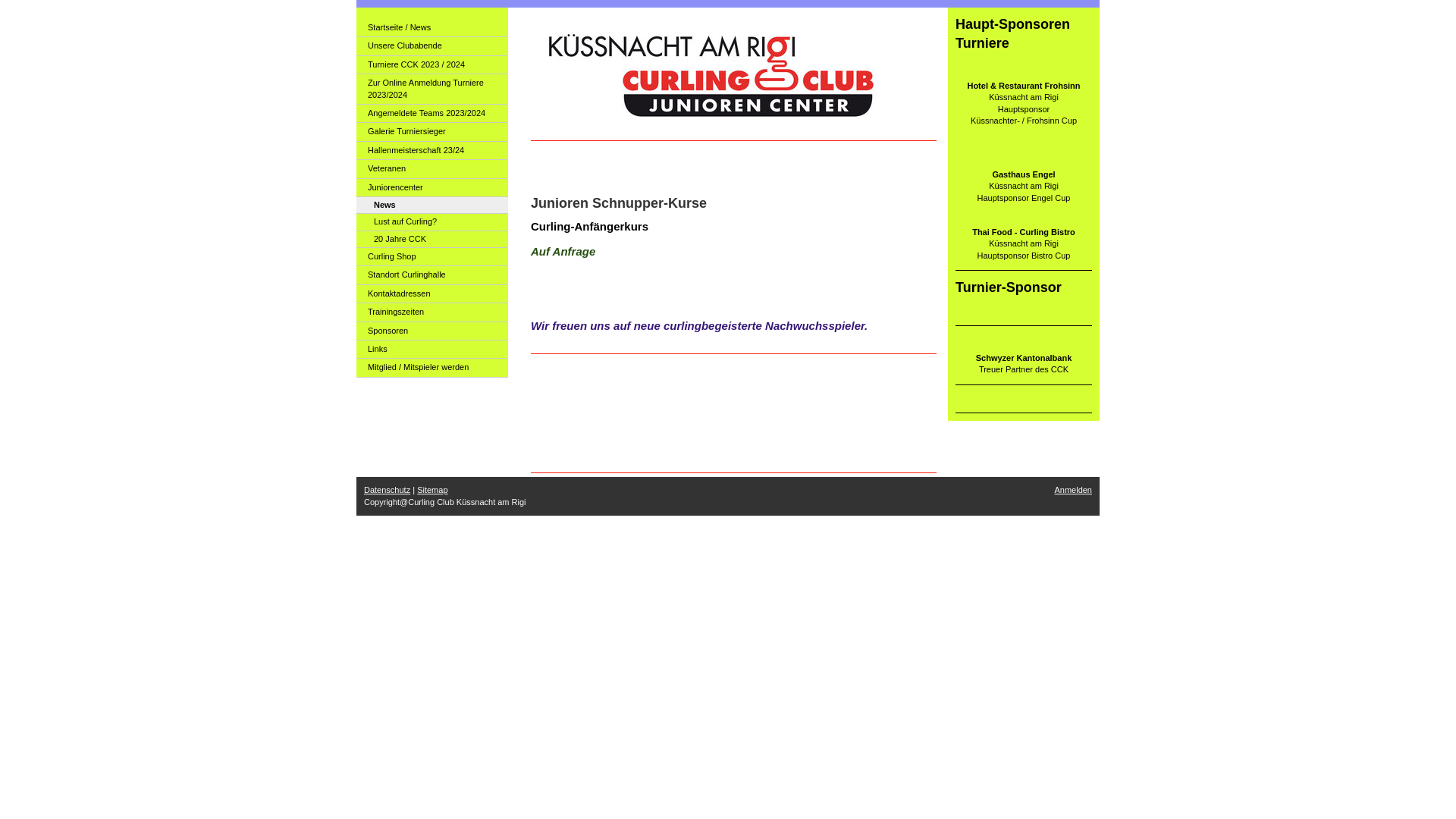 Image resolution: width=1456 pixels, height=819 pixels. I want to click on 'Turniere CCK 2023 / 2024', so click(431, 64).